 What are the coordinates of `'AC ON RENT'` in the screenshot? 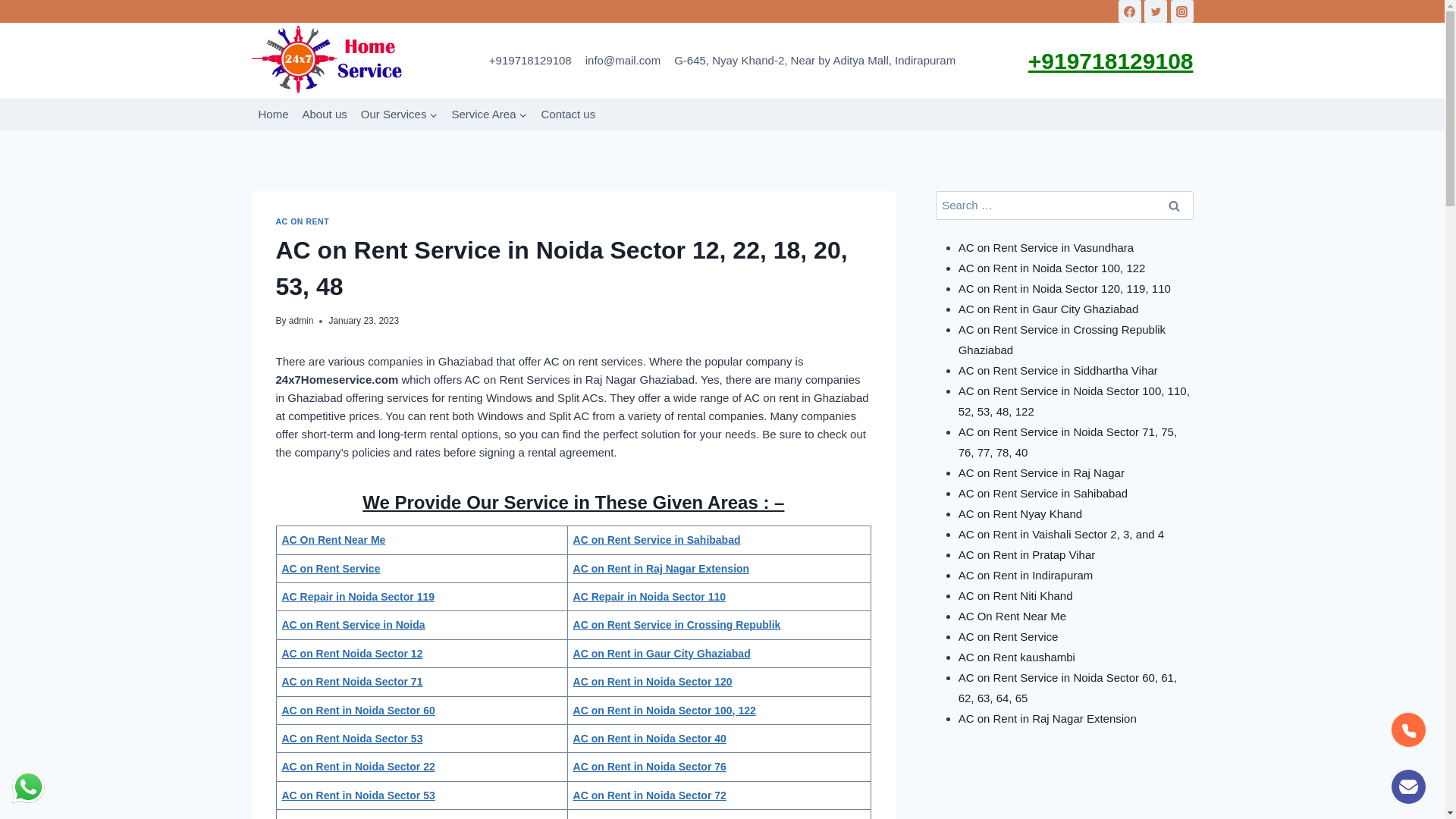 It's located at (303, 221).